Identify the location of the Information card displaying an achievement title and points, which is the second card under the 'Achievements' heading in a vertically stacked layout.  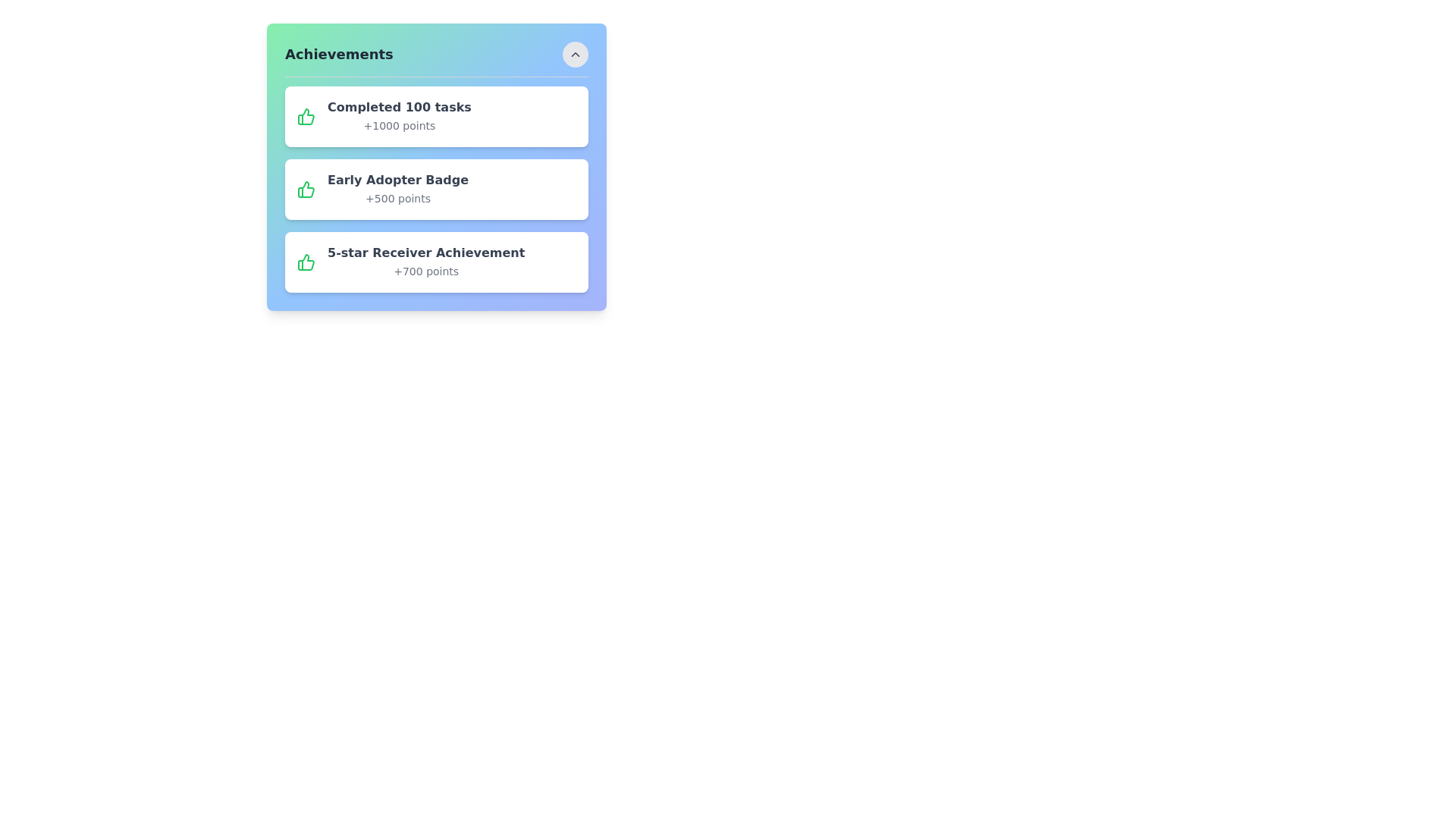
(436, 167).